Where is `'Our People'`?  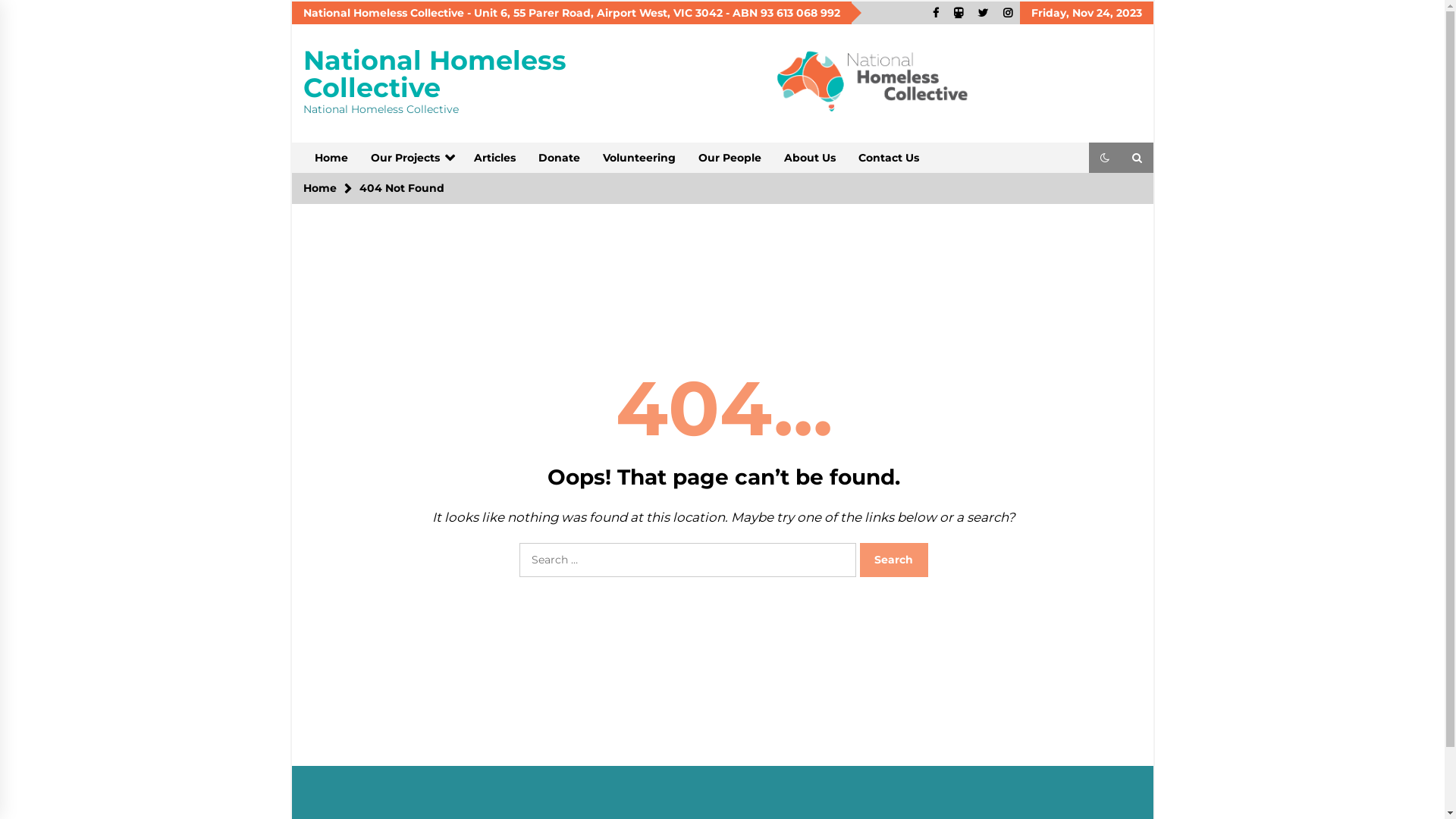 'Our People' is located at coordinates (730, 158).